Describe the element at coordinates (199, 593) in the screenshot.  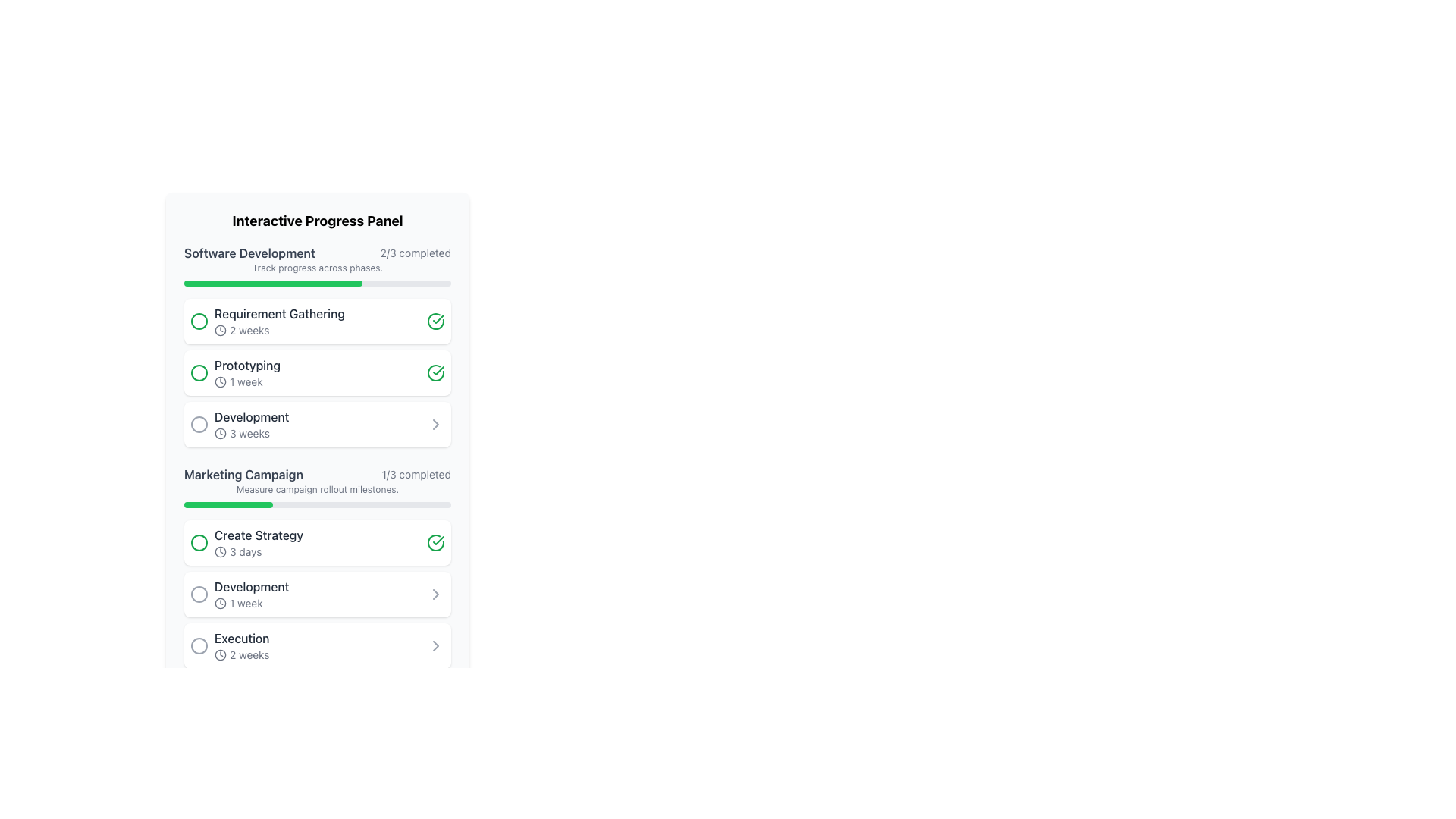
I see `the visual completion indicator within the task entry labeled 'Development 1 week' under the 'Marketing Campaign' section` at that location.